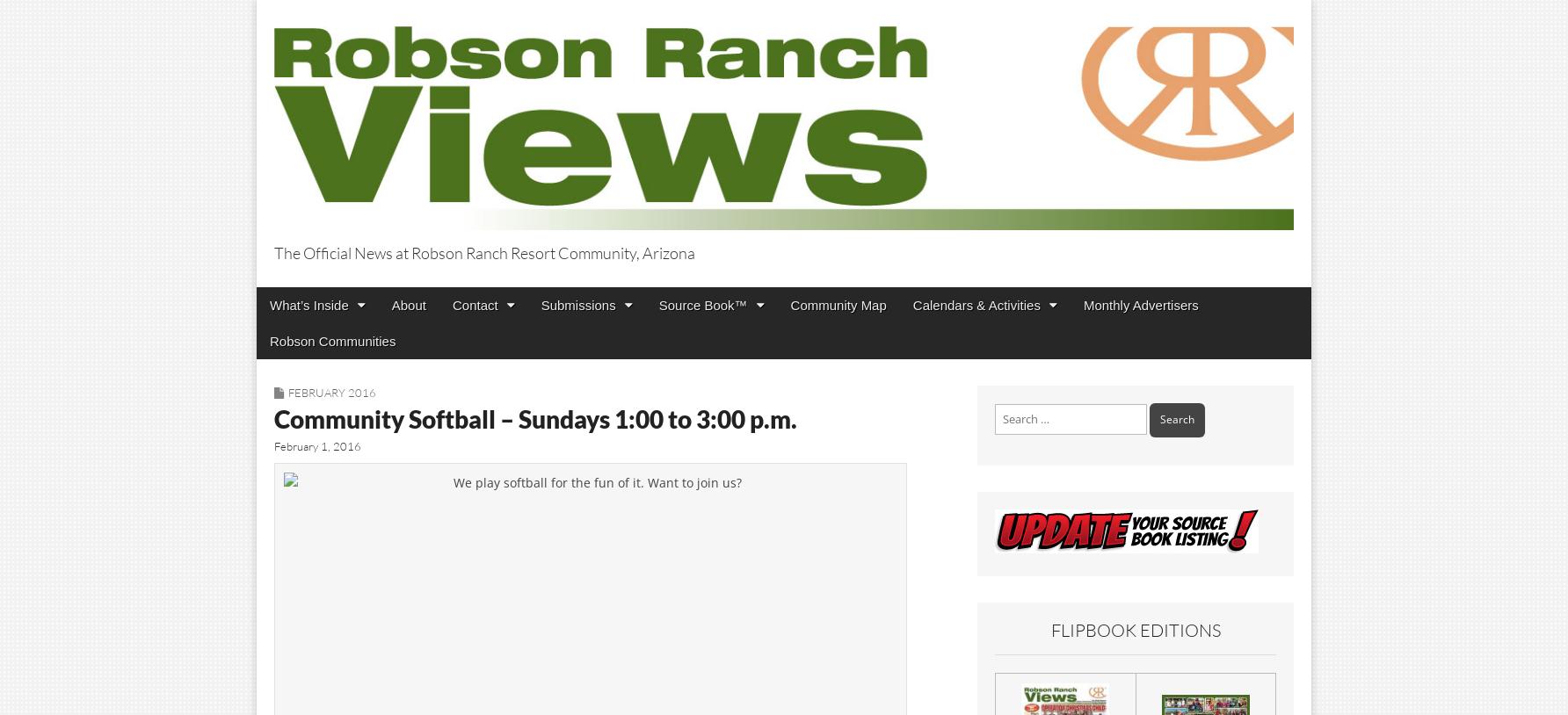  What do you see at coordinates (1082, 304) in the screenshot?
I see `'Monthly Advertisers'` at bounding box center [1082, 304].